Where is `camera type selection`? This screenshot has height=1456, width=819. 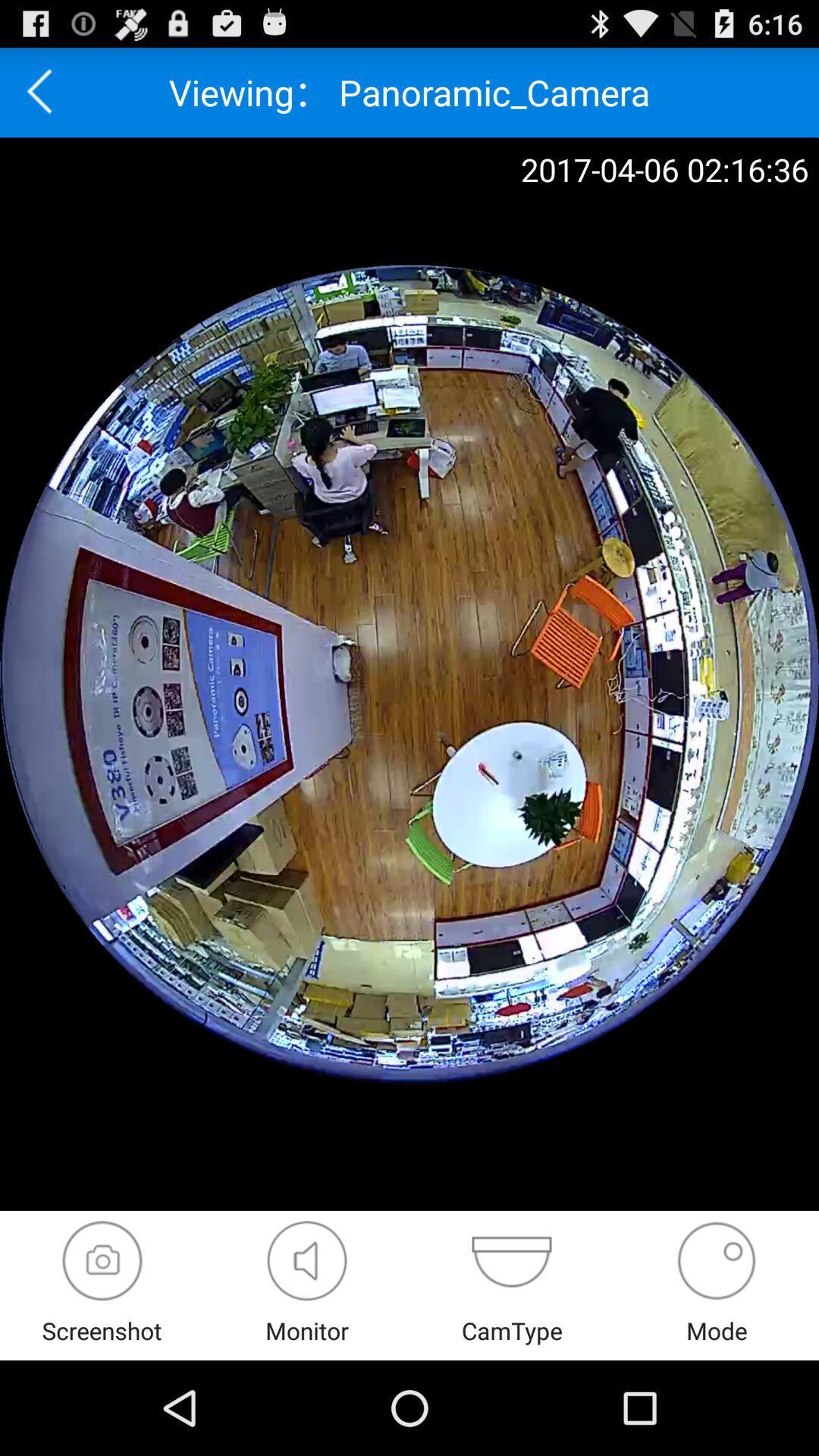
camera type selection is located at coordinates (512, 1260).